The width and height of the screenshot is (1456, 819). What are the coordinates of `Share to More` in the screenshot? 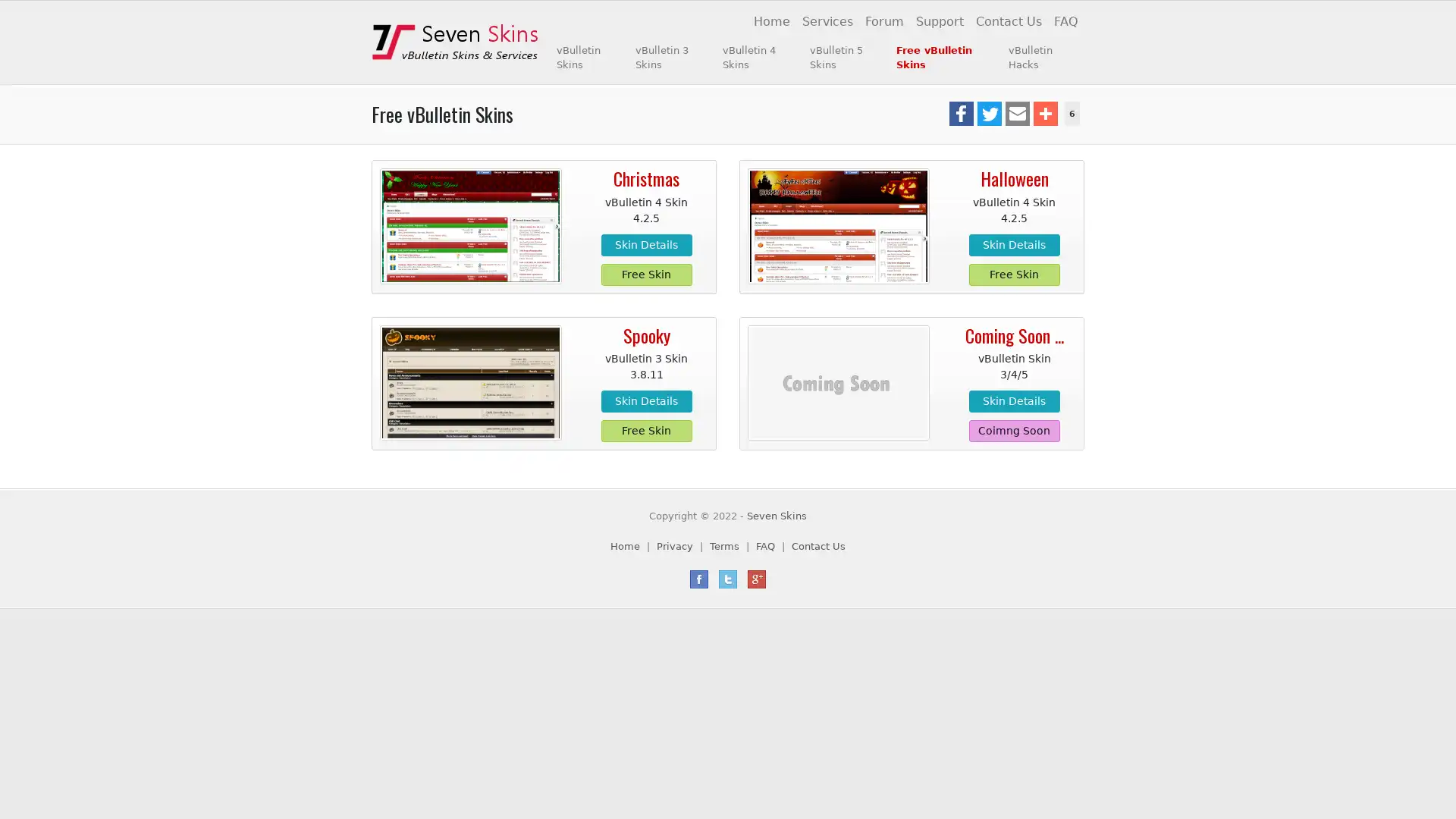 It's located at (1043, 113).